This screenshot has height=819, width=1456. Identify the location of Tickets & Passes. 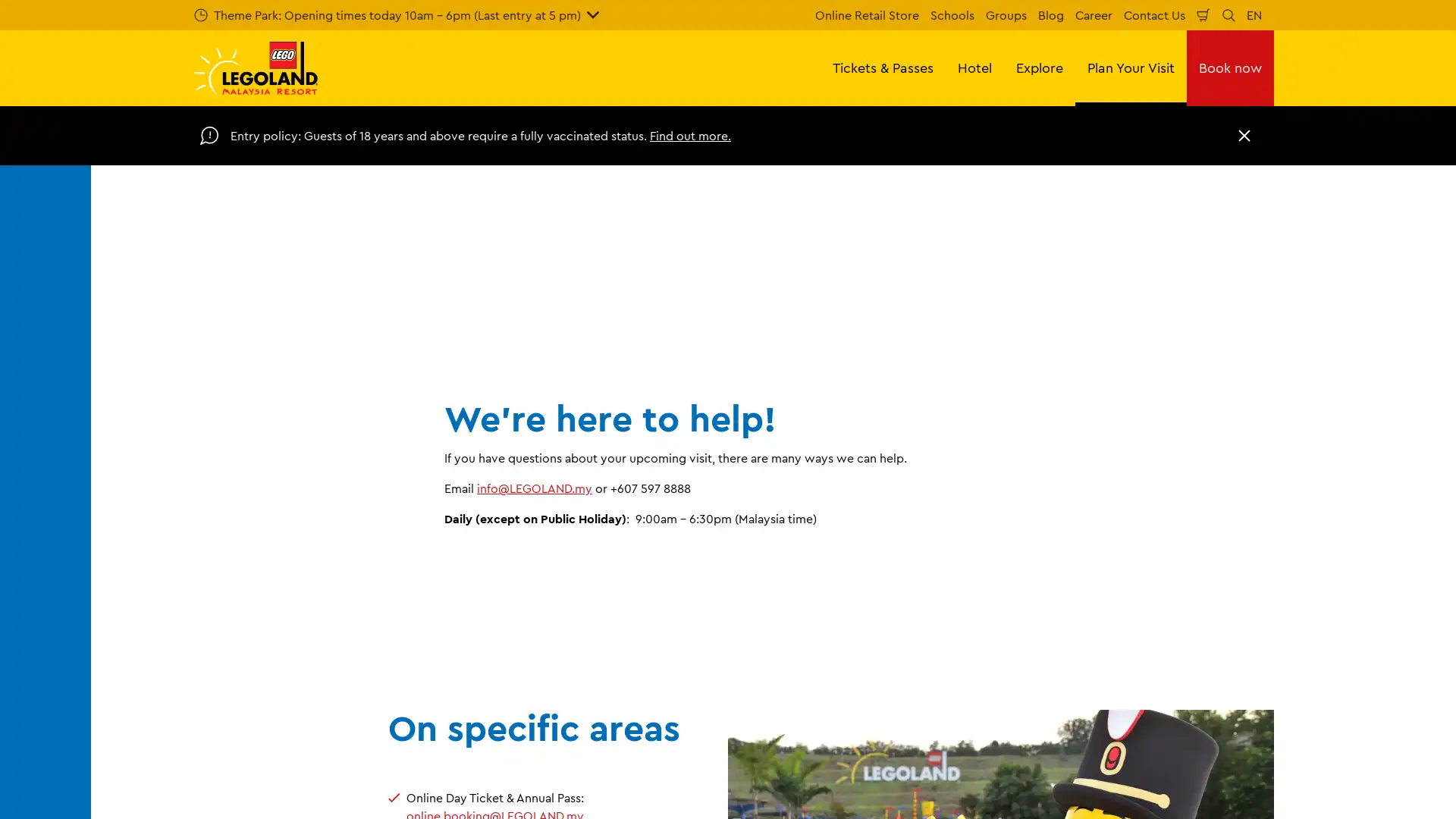
(883, 67).